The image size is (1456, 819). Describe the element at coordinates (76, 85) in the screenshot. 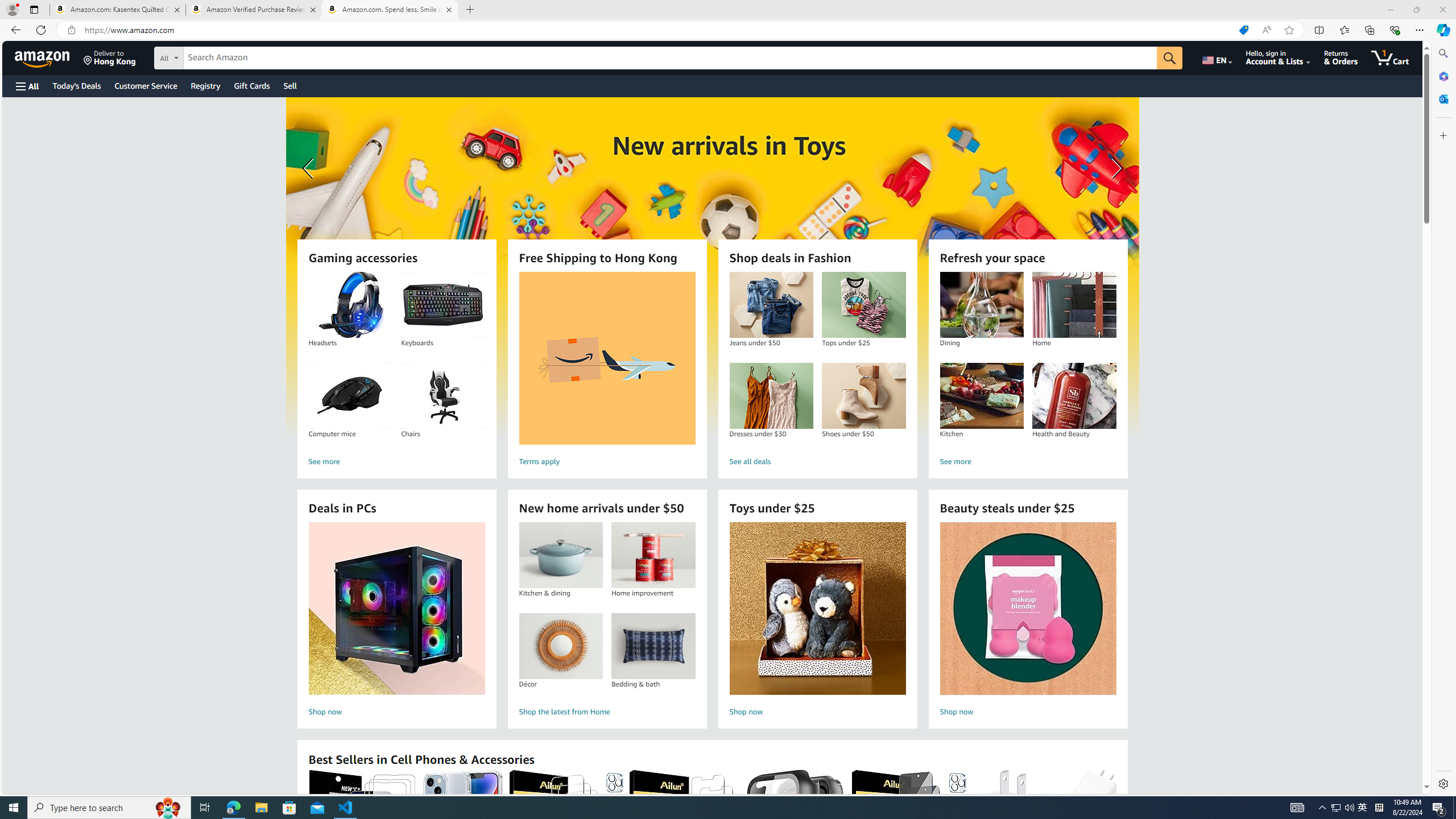

I see `'Today'` at that location.